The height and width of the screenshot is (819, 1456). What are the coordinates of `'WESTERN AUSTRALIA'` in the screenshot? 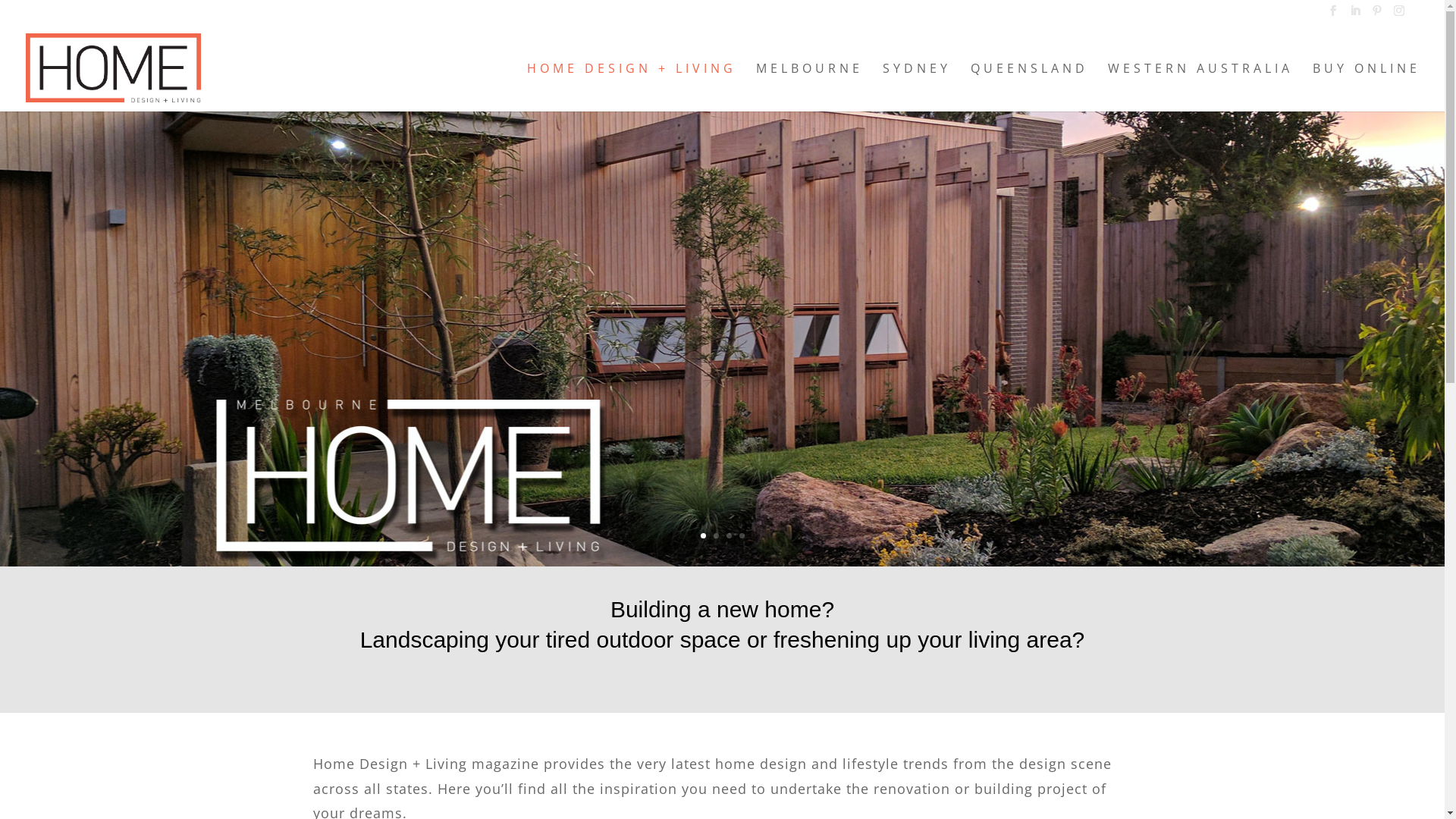 It's located at (1200, 86).